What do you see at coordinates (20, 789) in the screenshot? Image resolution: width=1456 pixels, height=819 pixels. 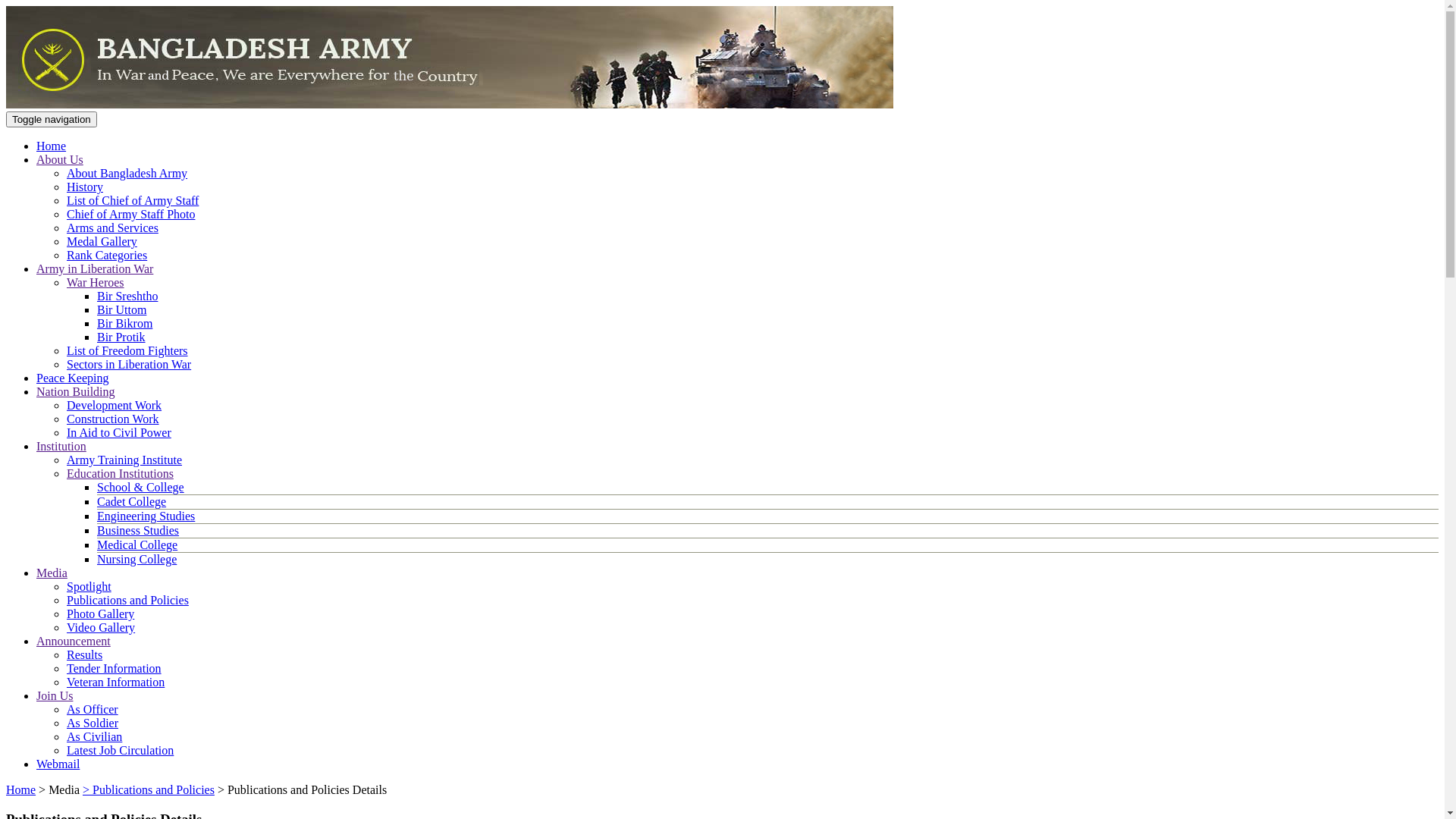 I see `'Home'` at bounding box center [20, 789].